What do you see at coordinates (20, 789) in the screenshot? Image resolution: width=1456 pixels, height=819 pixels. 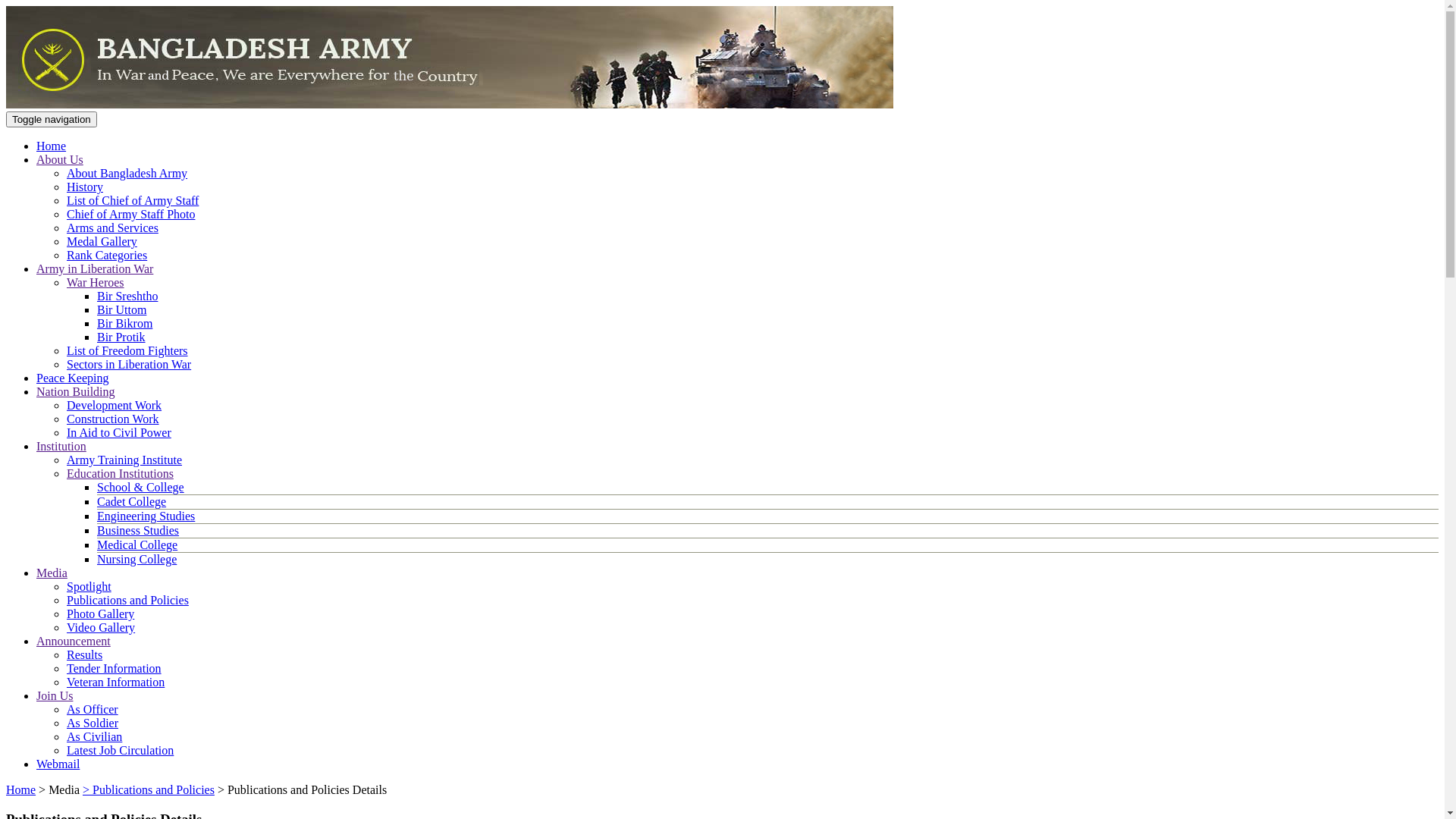 I see `'Home'` at bounding box center [20, 789].